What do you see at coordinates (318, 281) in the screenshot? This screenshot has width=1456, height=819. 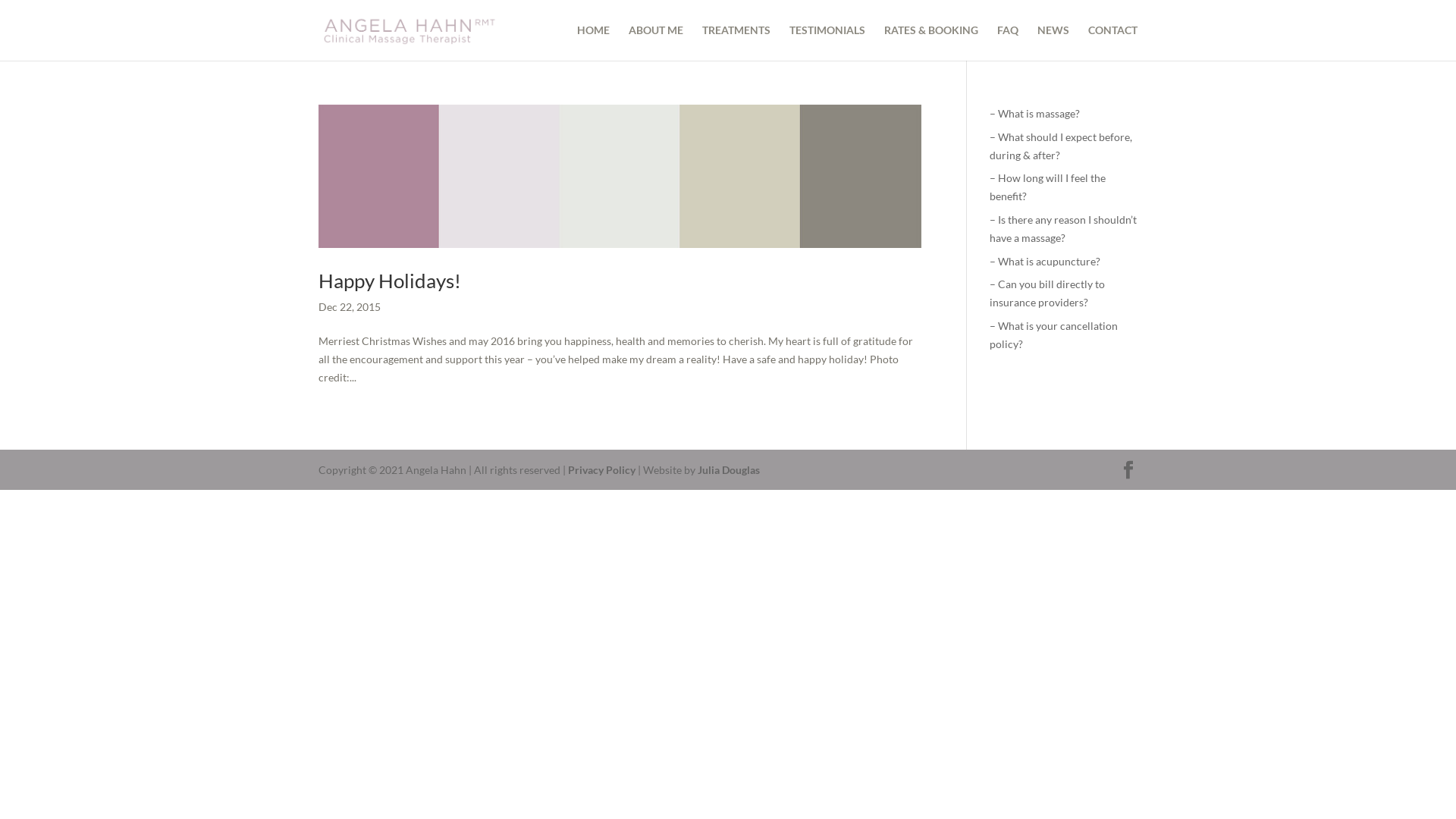 I see `'Happy Holidays!'` at bounding box center [318, 281].